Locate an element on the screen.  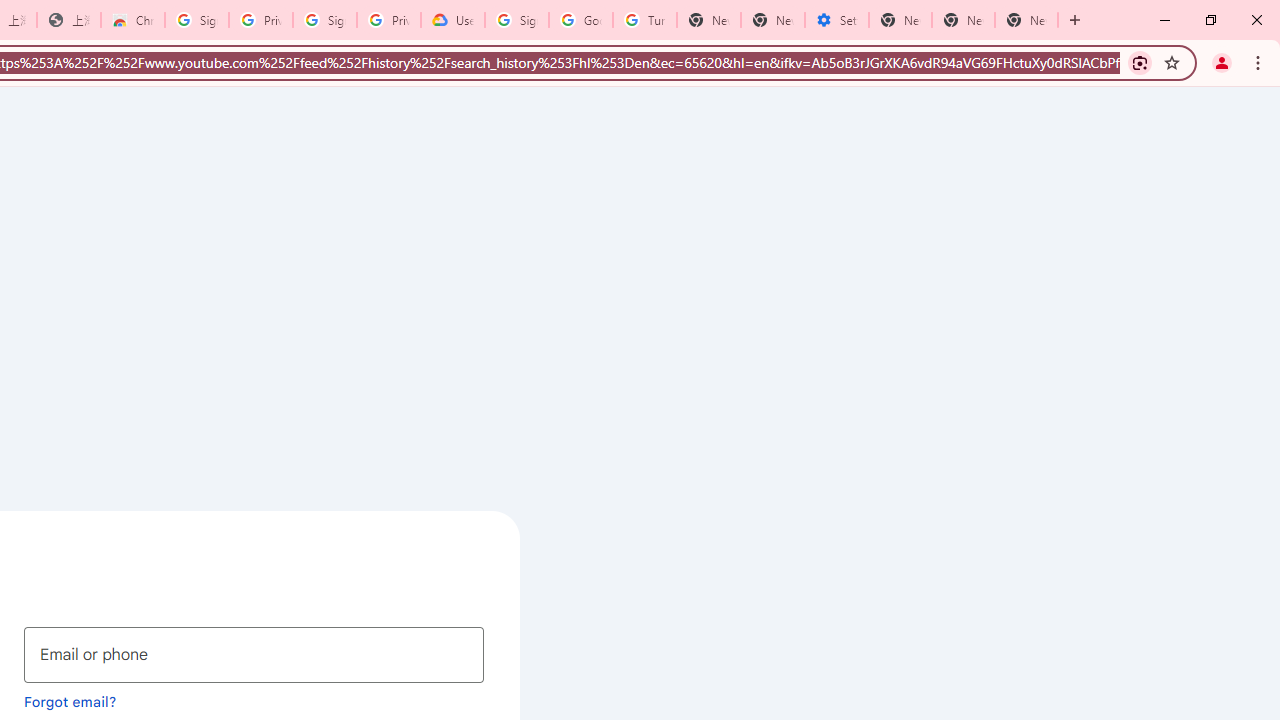
'Settings - System' is located at coordinates (837, 20).